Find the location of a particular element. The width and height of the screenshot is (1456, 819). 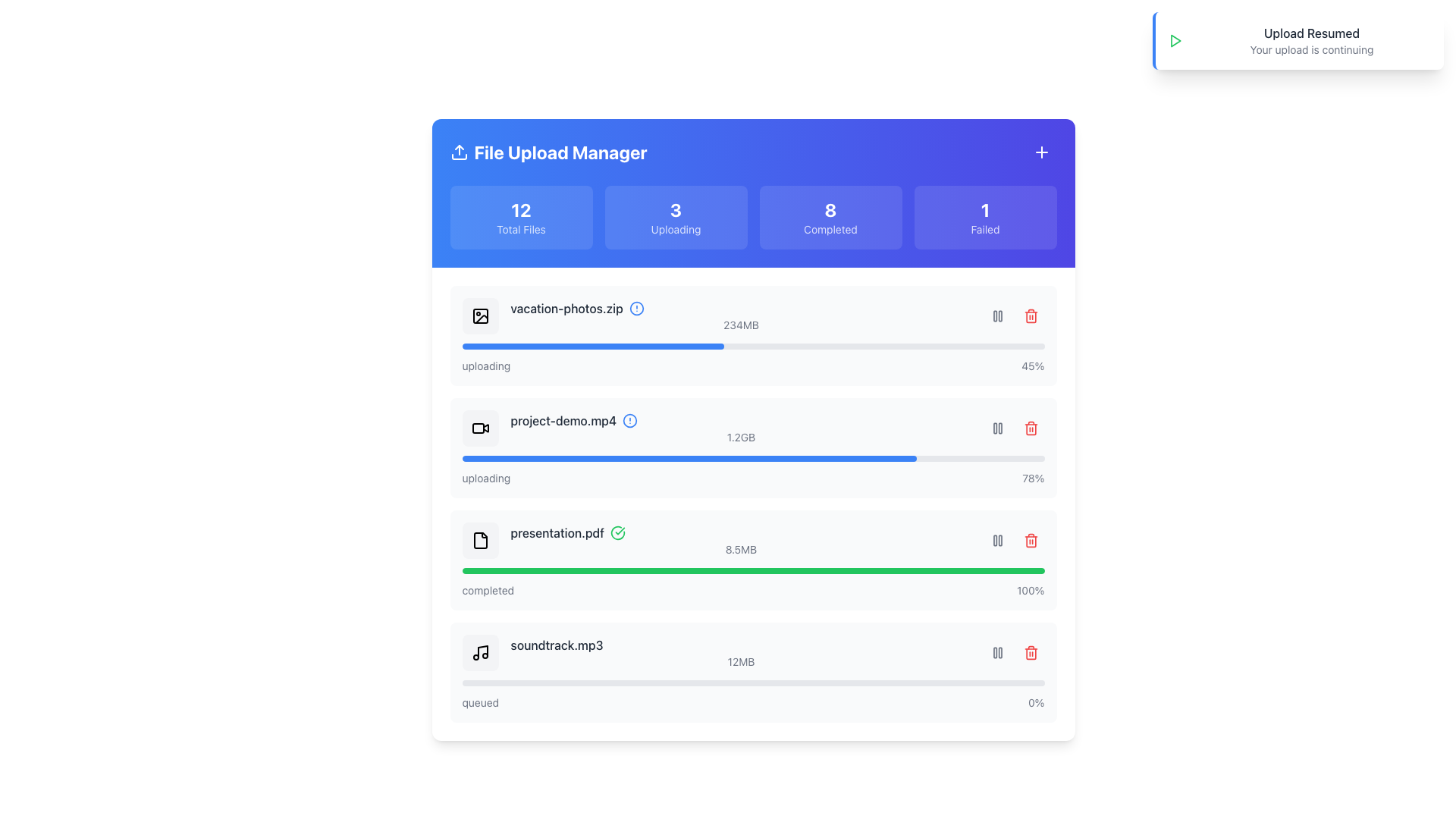

the status descriptor text label indicating the upload progress of the file 'project-demo.mp4', located under the progress bar and to the left of the '78%' indicator is located at coordinates (486, 479).